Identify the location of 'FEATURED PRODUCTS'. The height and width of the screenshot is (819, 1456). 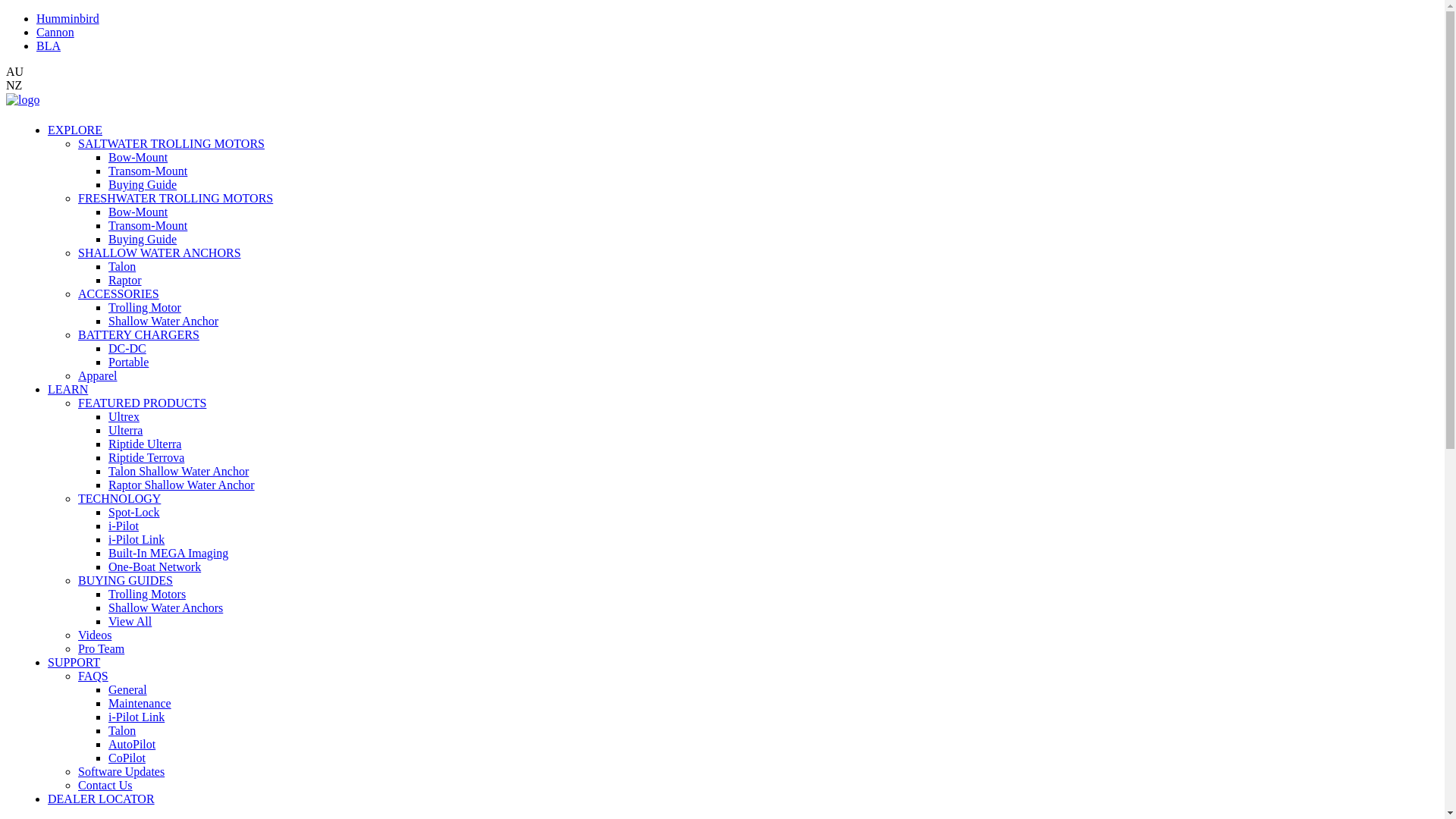
(142, 402).